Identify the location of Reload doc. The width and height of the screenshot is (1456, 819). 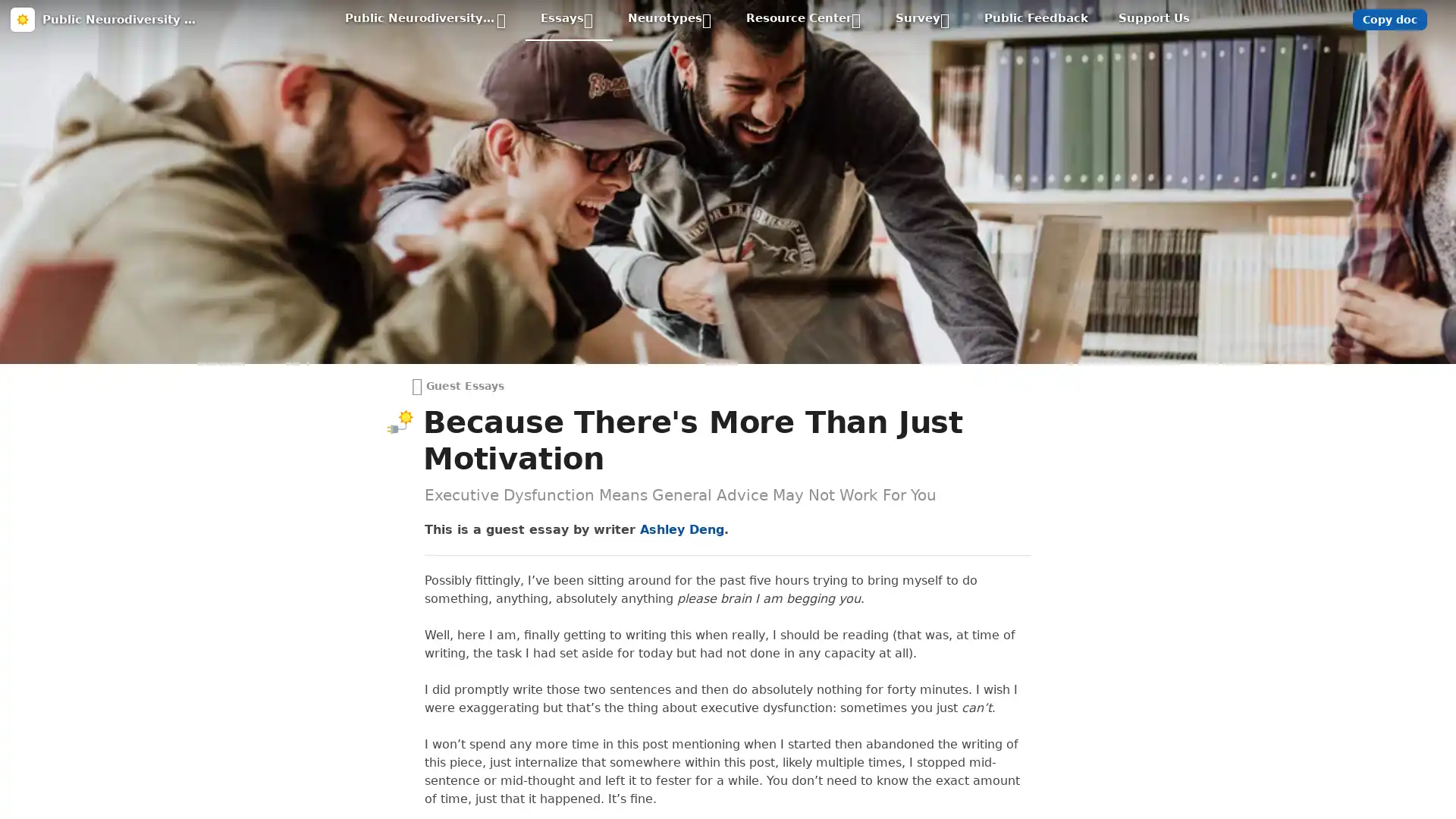
(726, 87).